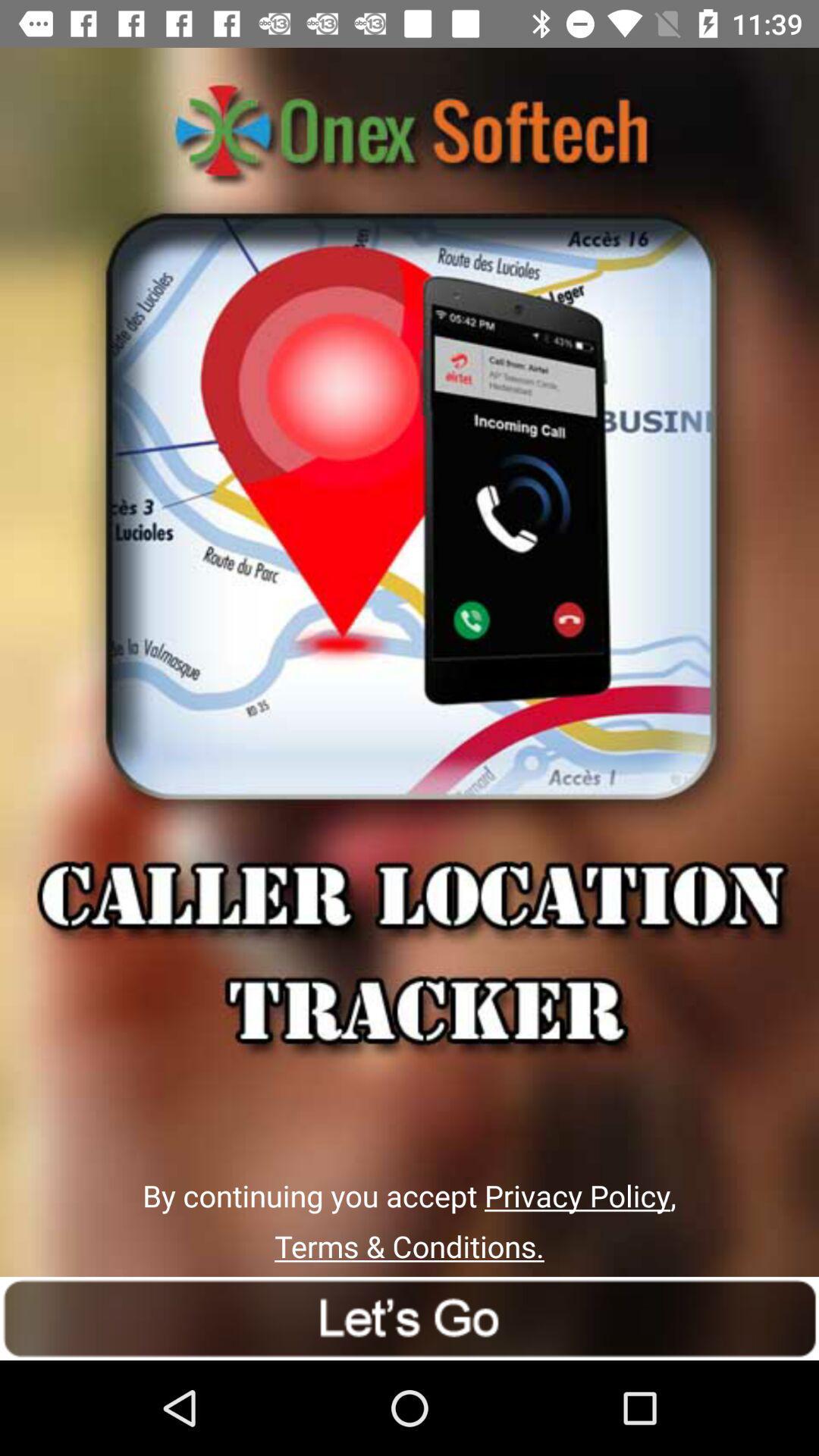  What do you see at coordinates (409, 1317) in the screenshot?
I see `go` at bounding box center [409, 1317].